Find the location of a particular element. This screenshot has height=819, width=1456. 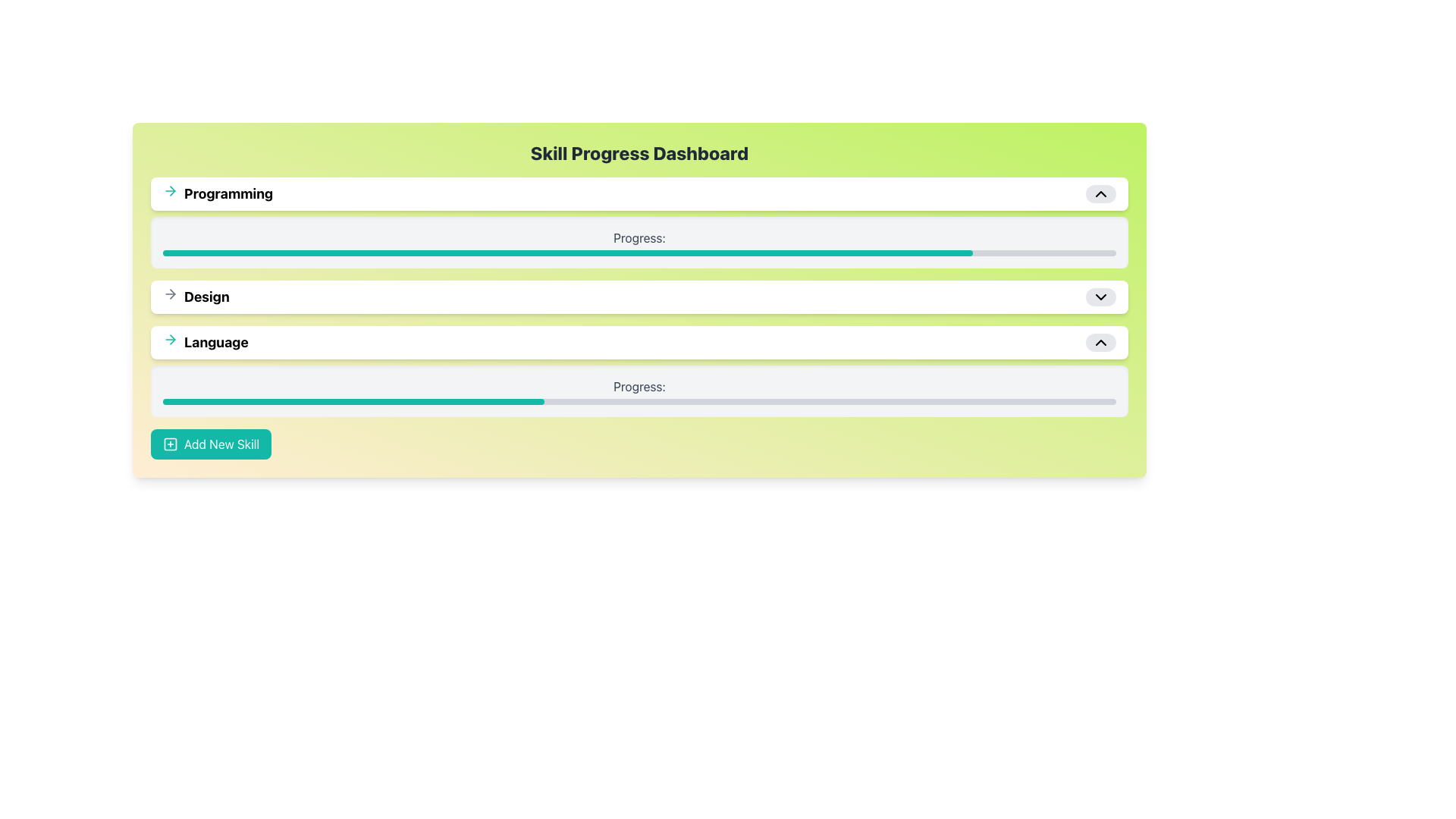

the upward-pointing chevron icon within the rounded button on the extreme right end of the 'Programming' row in the 'Skill Progress Dashboard' is located at coordinates (1100, 193).